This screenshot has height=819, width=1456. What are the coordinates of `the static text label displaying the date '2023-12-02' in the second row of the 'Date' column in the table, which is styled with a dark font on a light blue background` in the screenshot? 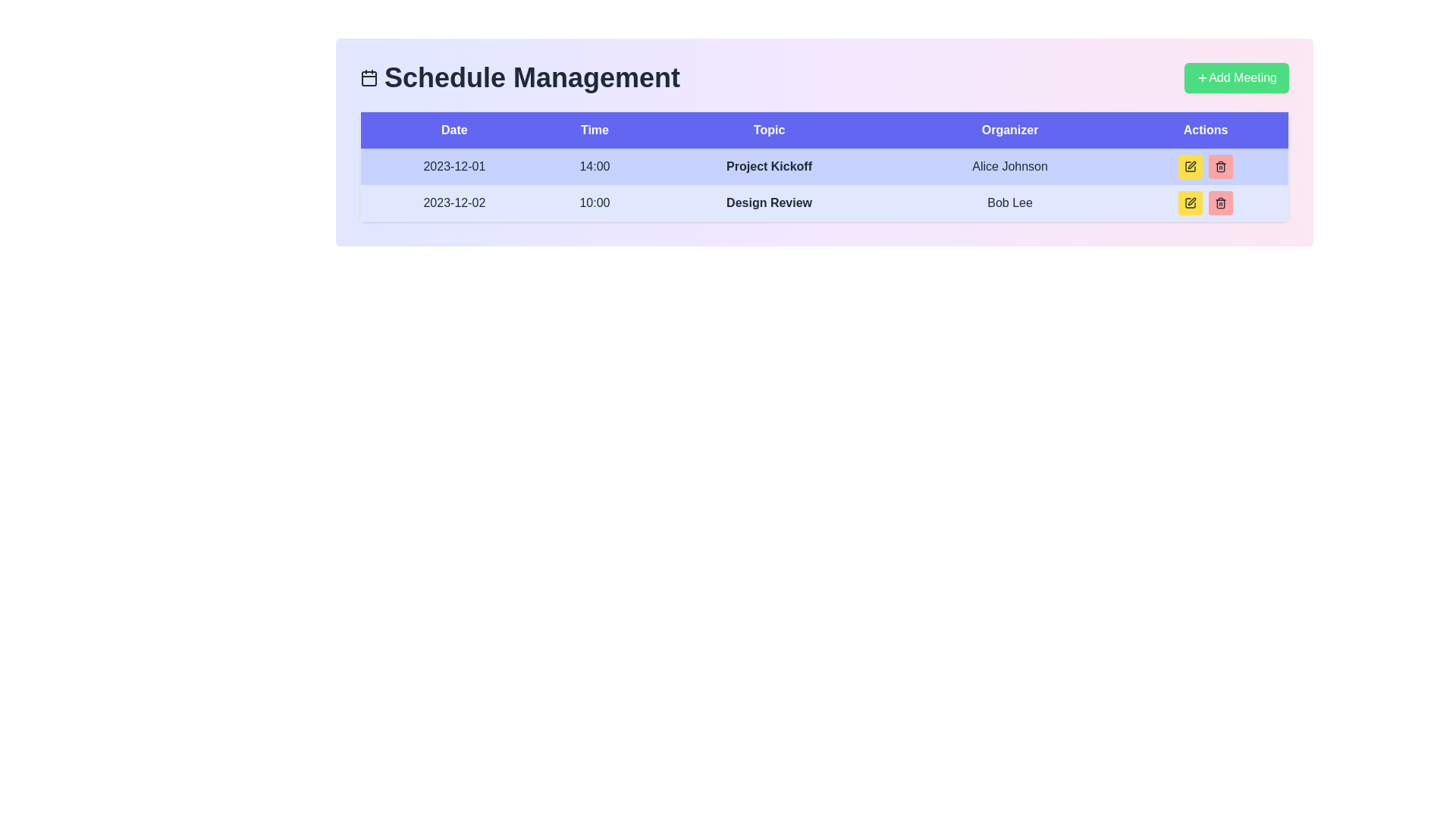 It's located at (453, 202).